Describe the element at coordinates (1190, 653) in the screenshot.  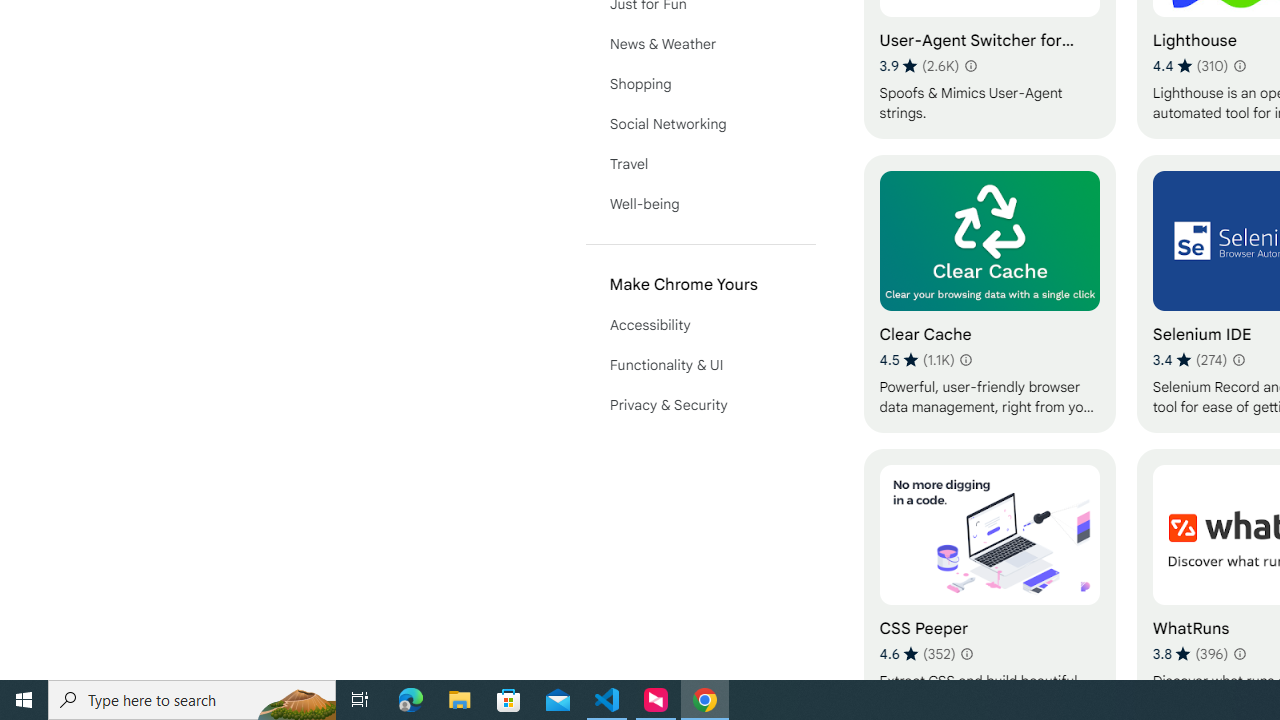
I see `'Average rating 3.8 out of 5 stars. 396 ratings.'` at that location.